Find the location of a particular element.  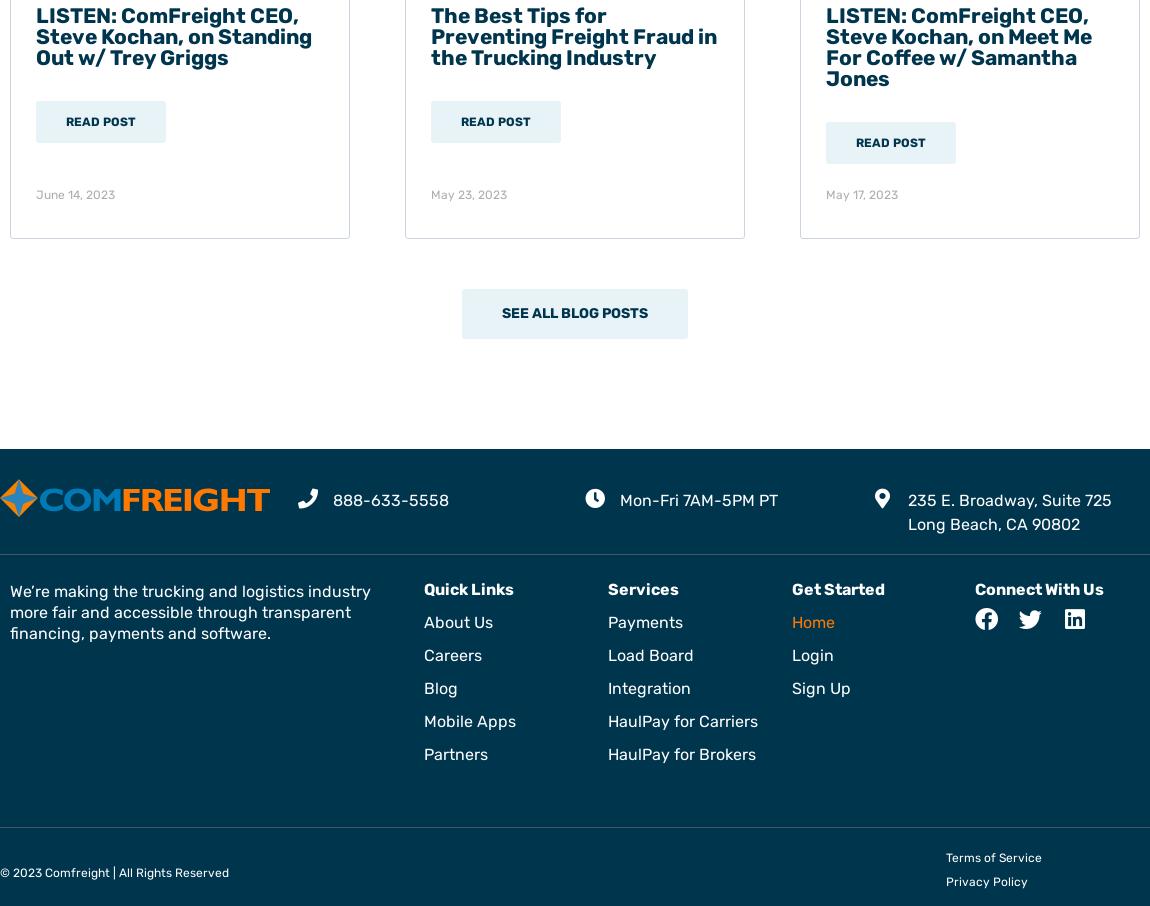

'Get Started' is located at coordinates (837, 588).